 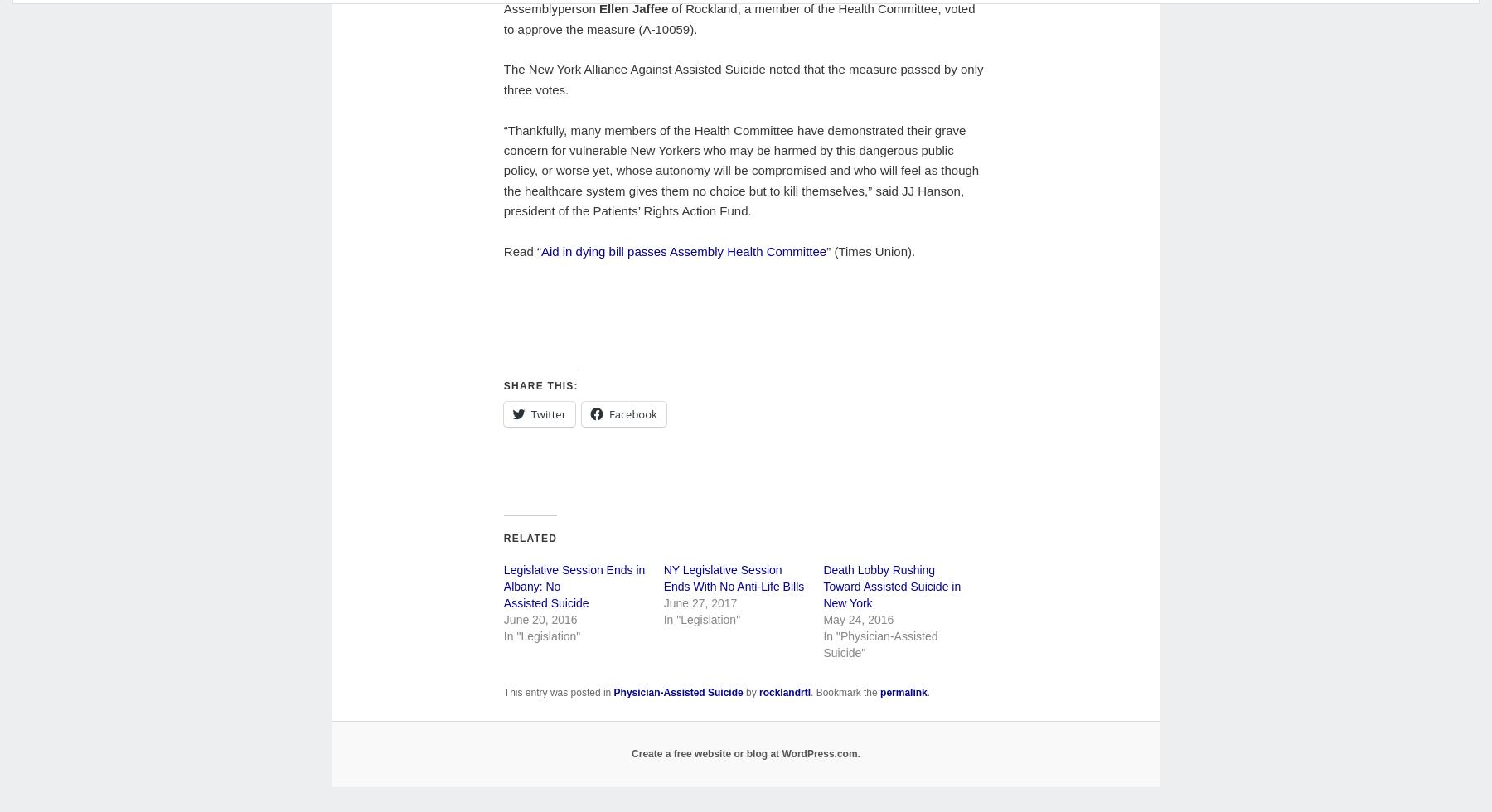 I want to click on 'Ellen Jaffee', so click(x=597, y=8).